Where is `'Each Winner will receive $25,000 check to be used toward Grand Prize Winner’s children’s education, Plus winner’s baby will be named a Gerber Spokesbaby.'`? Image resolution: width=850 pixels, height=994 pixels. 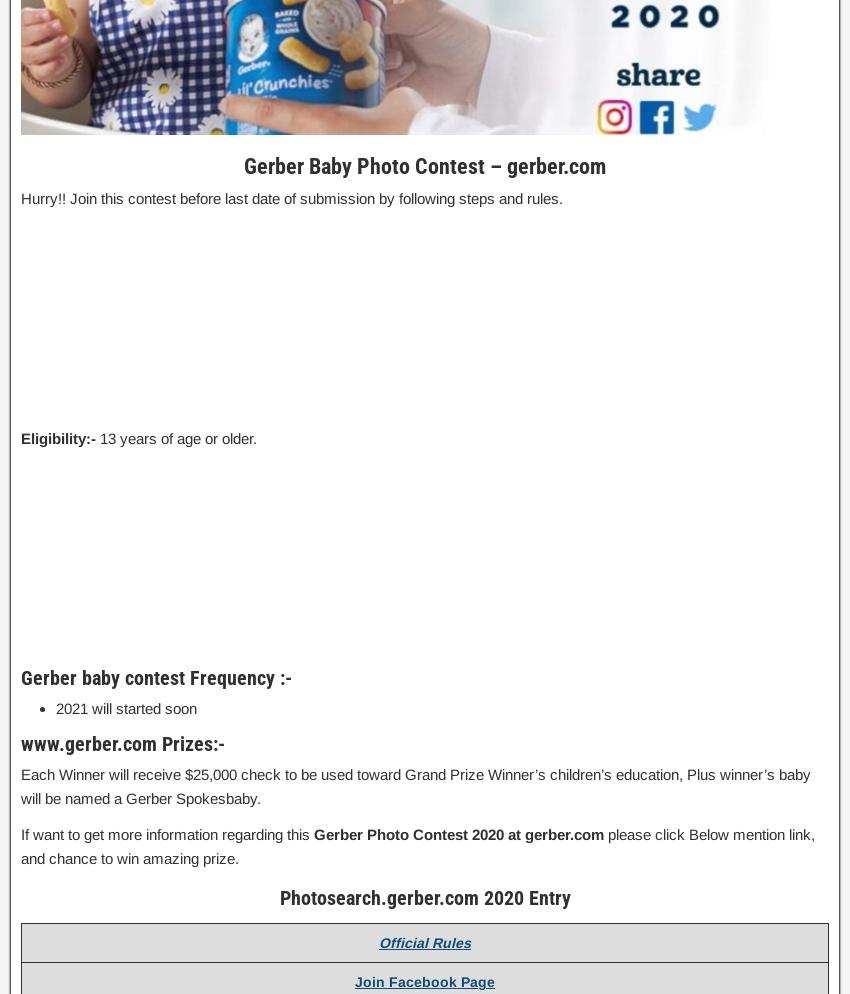 'Each Winner will receive $25,000 check to be used toward Grand Prize Winner’s children’s education, Plus winner’s baby will be named a Gerber Spokesbaby.' is located at coordinates (19, 785).